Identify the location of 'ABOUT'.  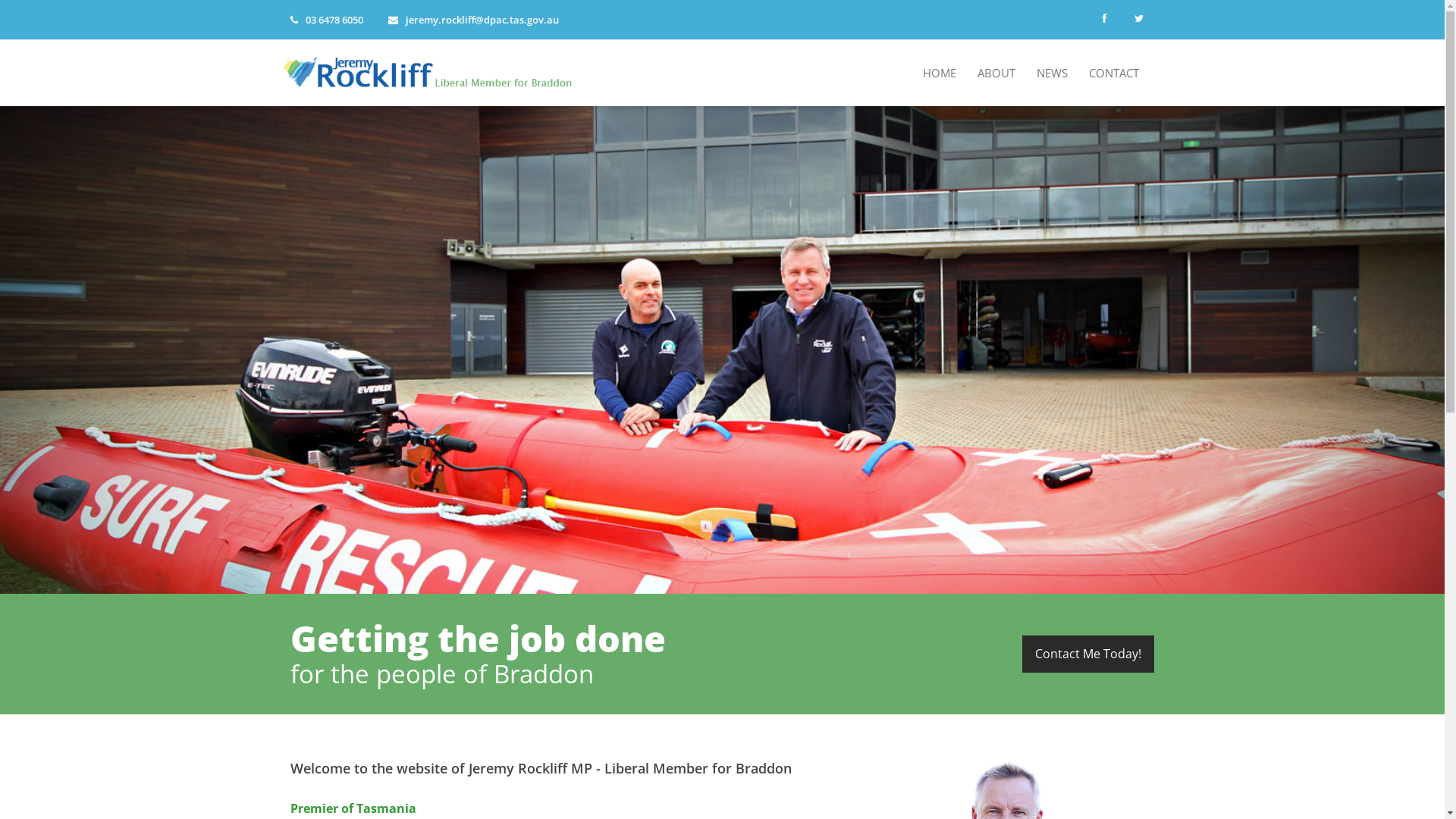
(996, 73).